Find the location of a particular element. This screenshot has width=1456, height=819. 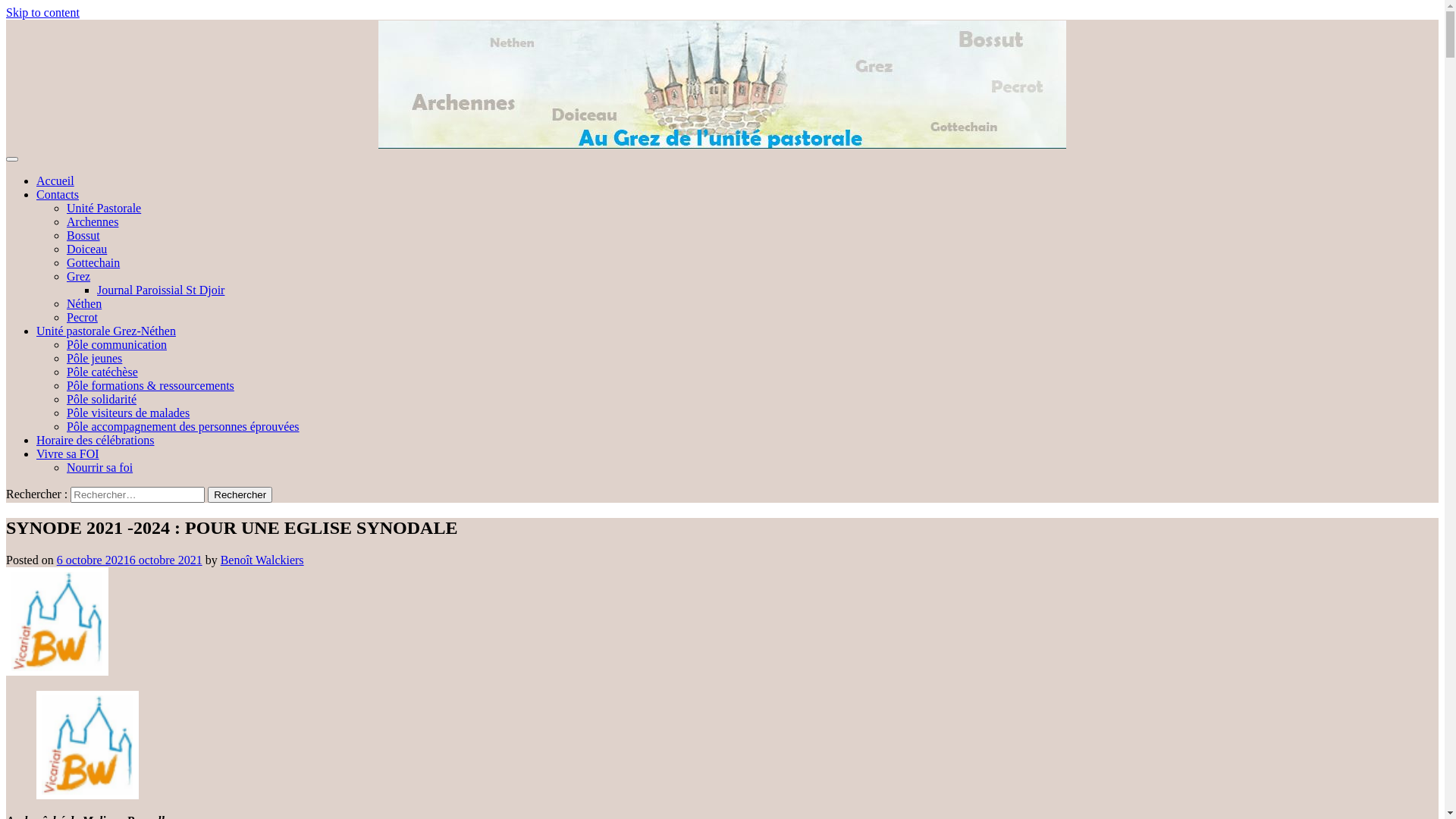

'Nourrir sa foi' is located at coordinates (99, 466).